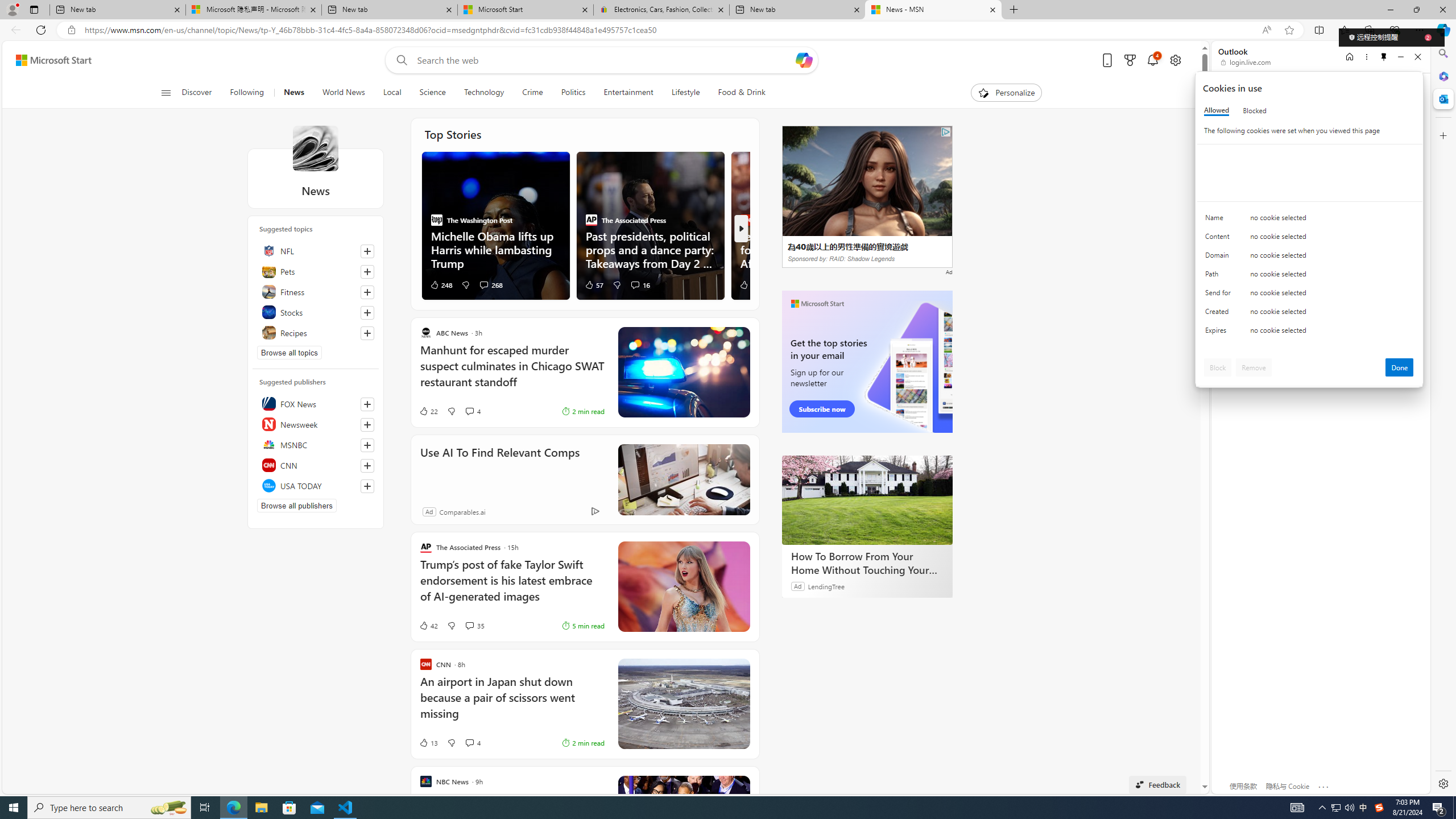 Image resolution: width=1456 pixels, height=819 pixels. I want to click on 'Class: c0153 c0157', so click(1309, 333).